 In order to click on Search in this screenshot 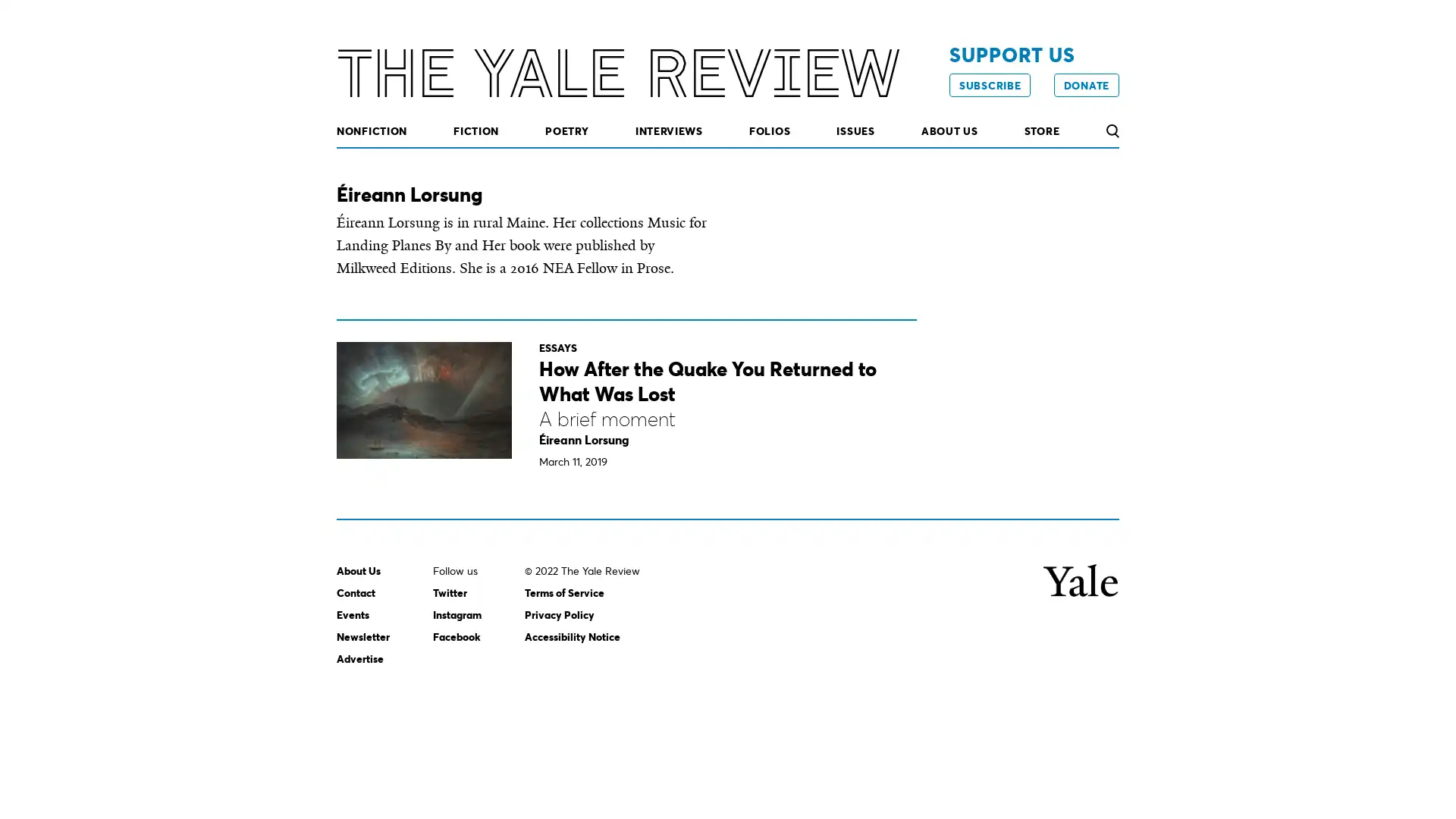, I will do `click(1112, 130)`.